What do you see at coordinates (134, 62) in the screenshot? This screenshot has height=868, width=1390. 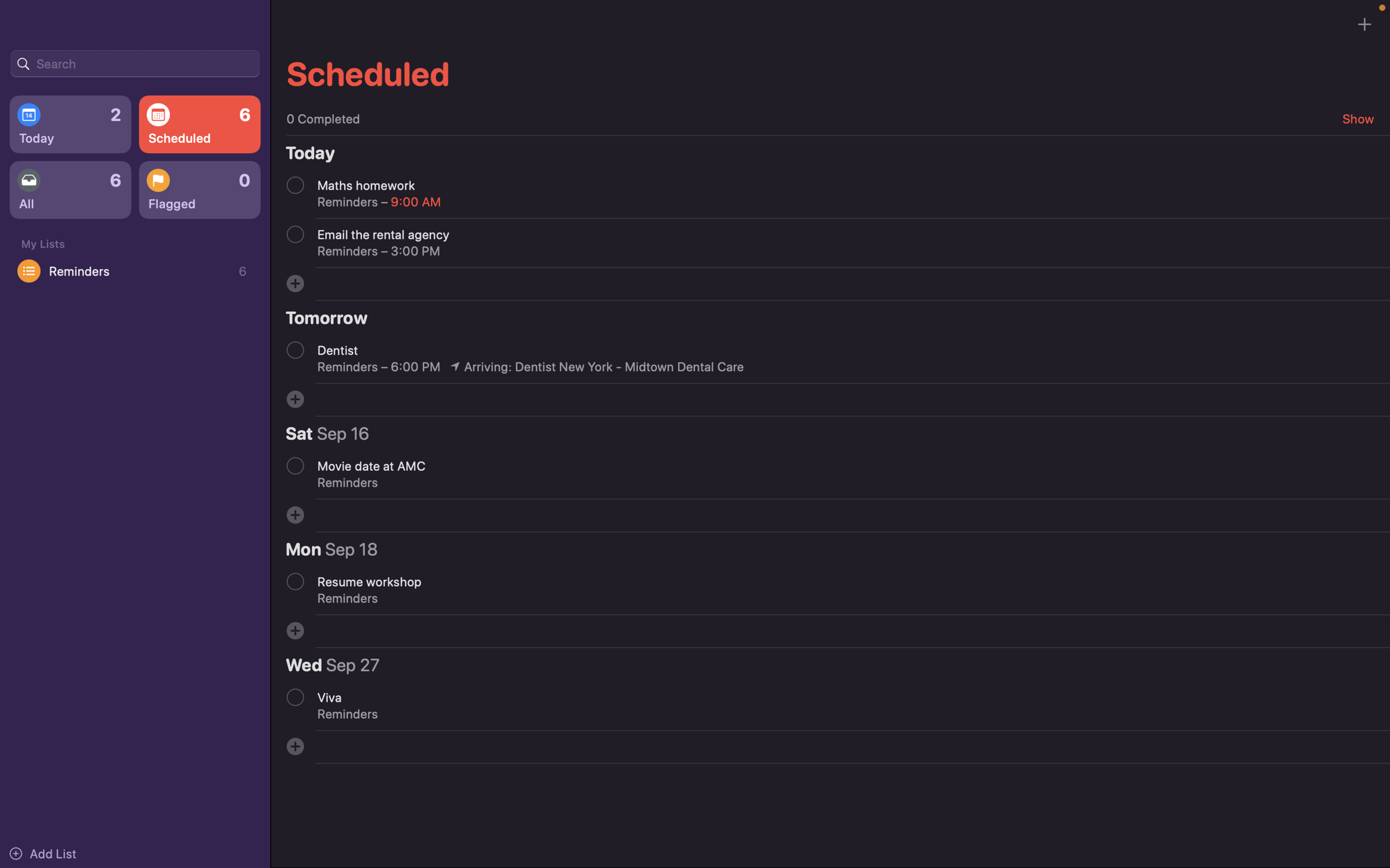 I see `and show all the activities planned for the year 2022` at bounding box center [134, 62].